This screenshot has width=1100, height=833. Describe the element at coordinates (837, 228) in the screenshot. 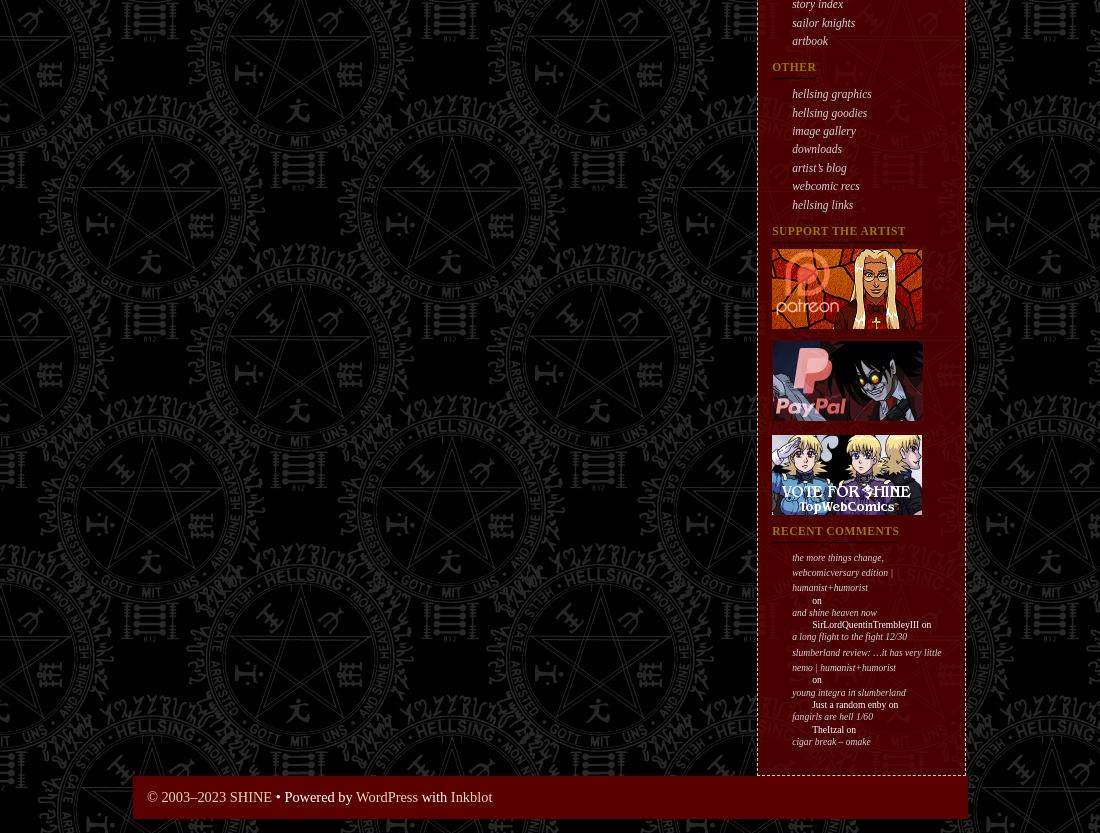

I see `'Support the Artist'` at that location.